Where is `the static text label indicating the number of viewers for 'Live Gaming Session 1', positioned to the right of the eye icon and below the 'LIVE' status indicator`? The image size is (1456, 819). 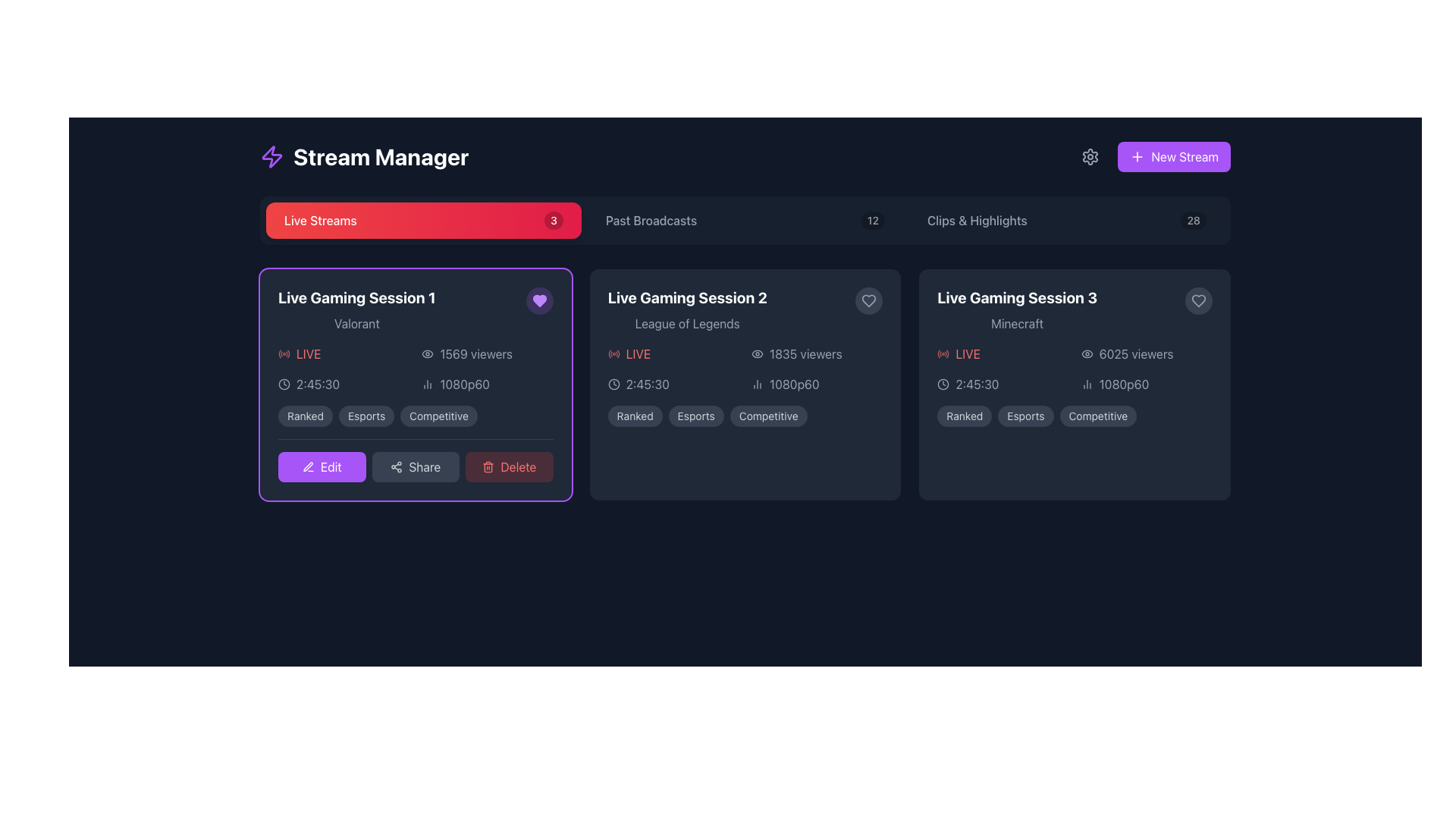
the static text label indicating the number of viewers for 'Live Gaming Session 1', positioned to the right of the eye icon and below the 'LIVE' status indicator is located at coordinates (475, 353).